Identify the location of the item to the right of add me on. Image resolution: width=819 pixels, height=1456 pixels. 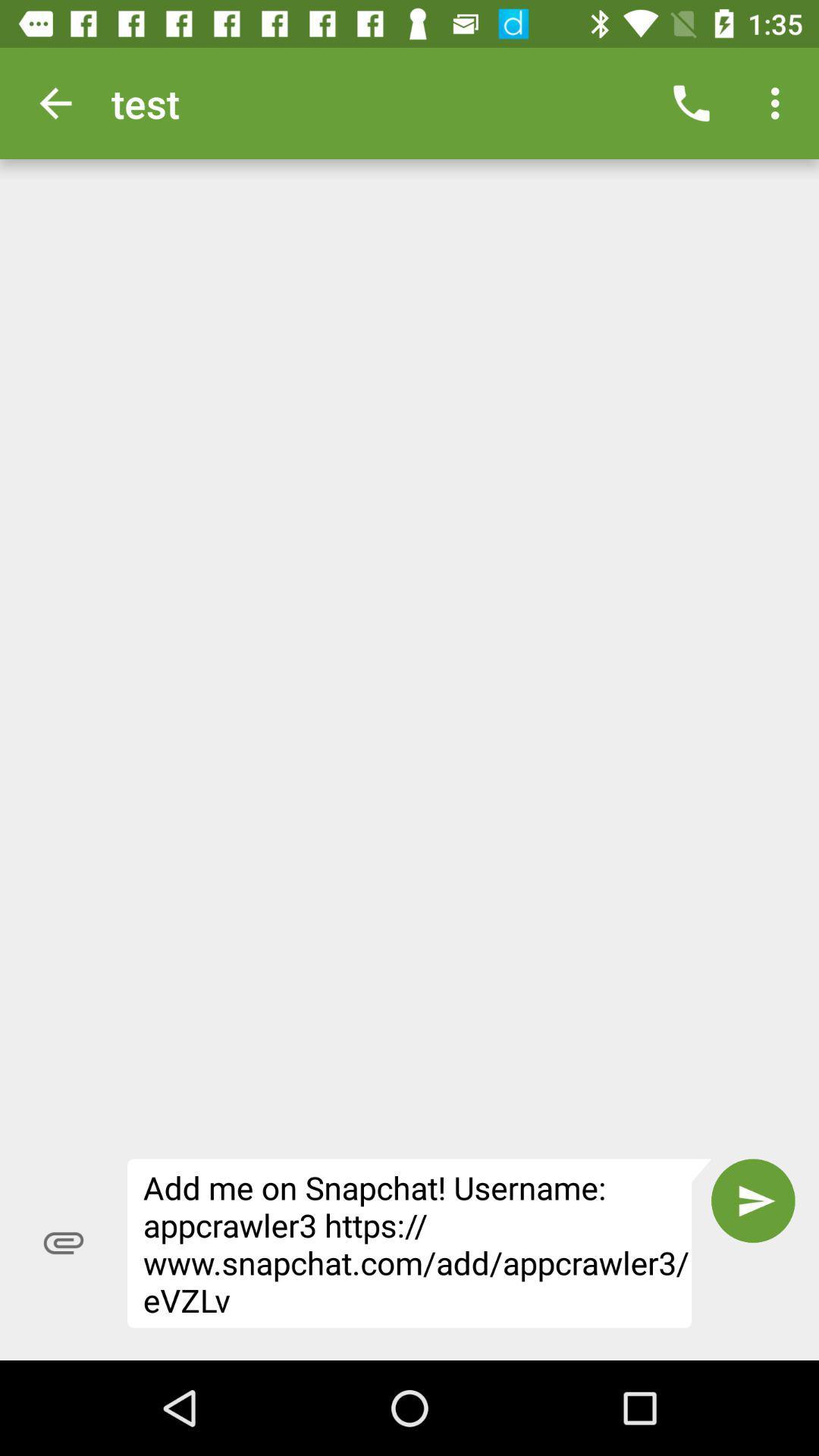
(753, 1200).